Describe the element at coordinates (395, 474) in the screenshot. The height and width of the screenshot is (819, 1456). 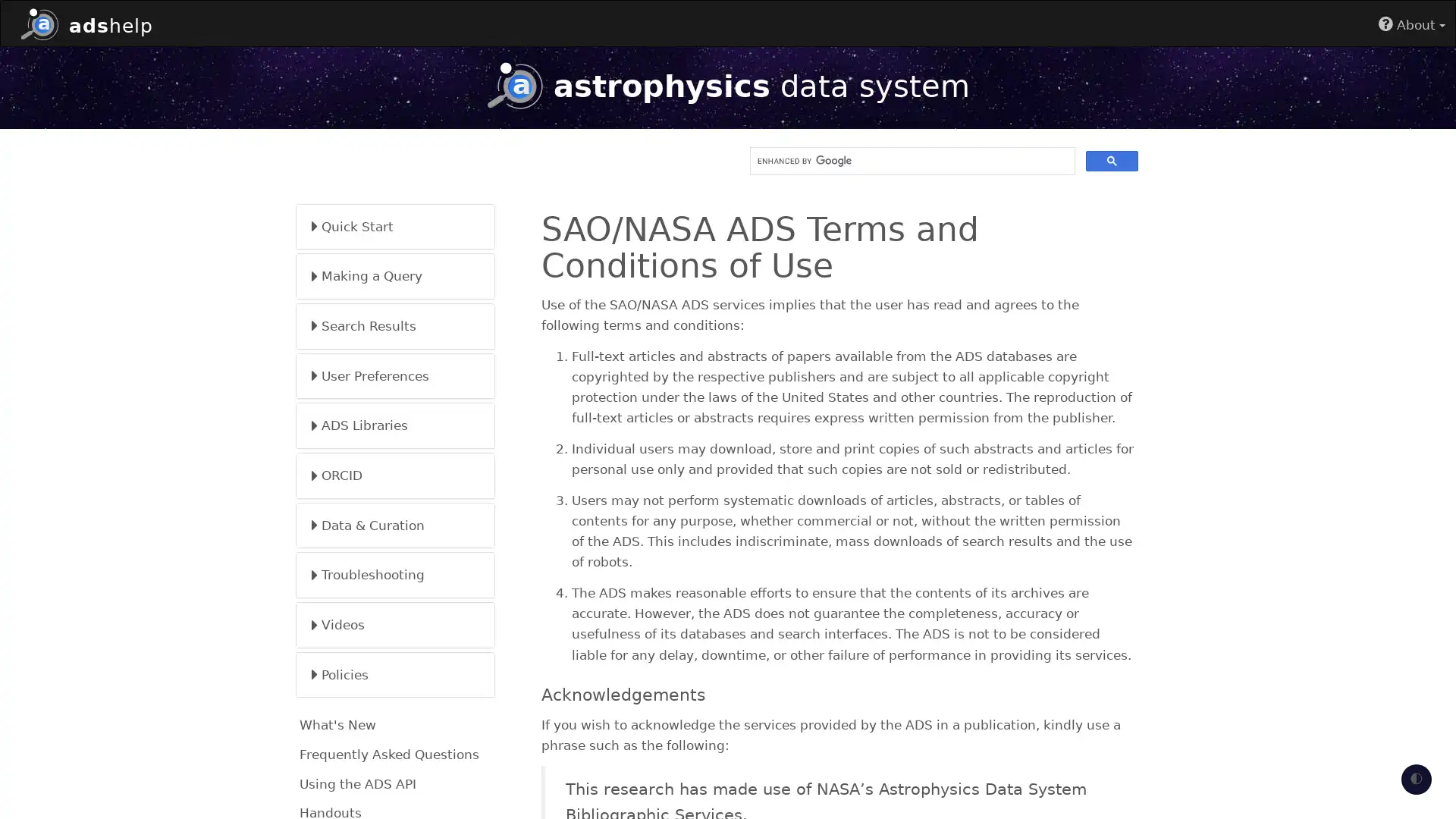
I see `ORCID` at that location.